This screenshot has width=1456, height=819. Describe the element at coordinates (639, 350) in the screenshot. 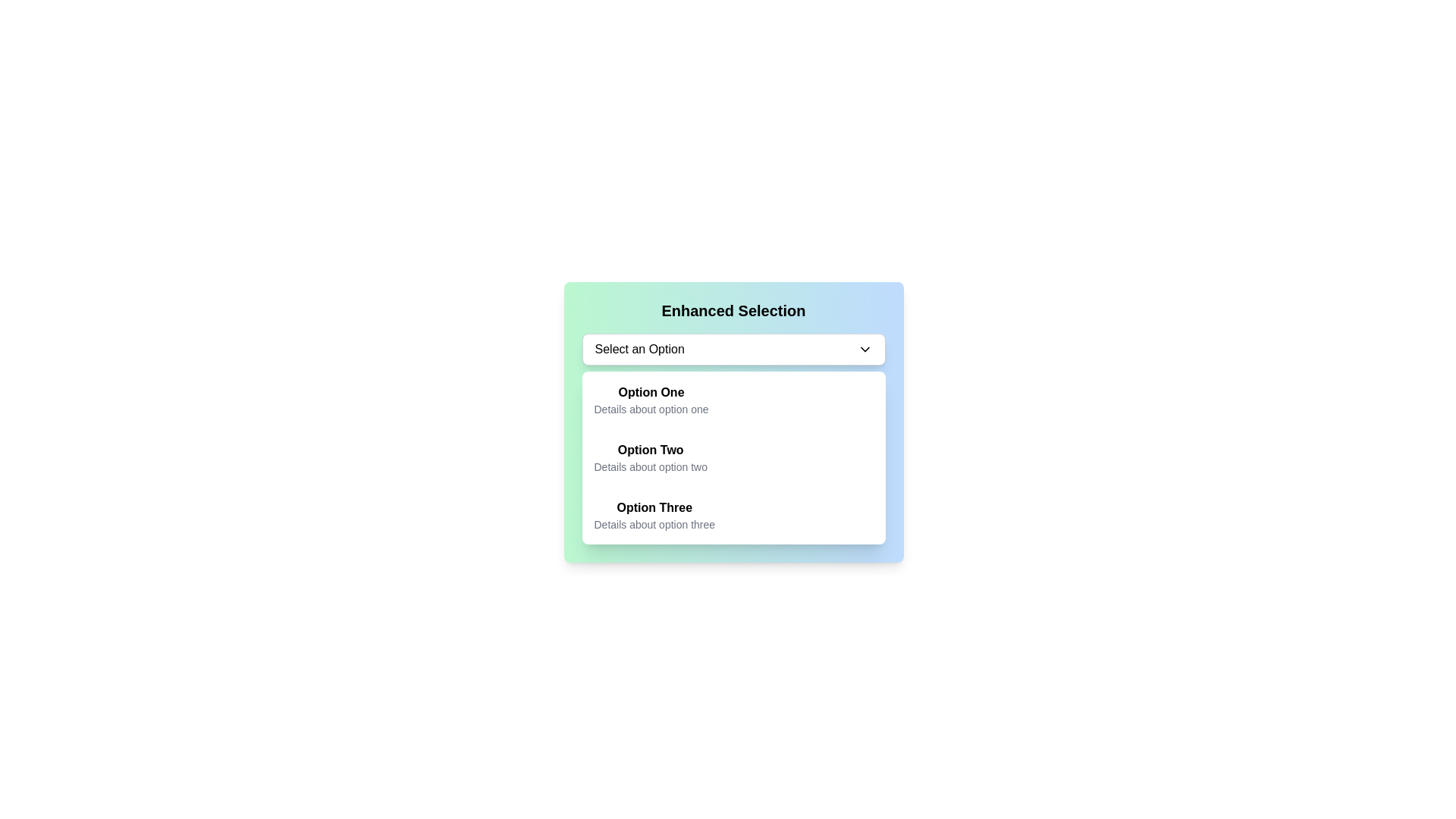

I see `static text label indicating that the user should select an option from the dropdown menu, located at the top-left of the dropdown box, to the left of the chevron-down icon` at that location.